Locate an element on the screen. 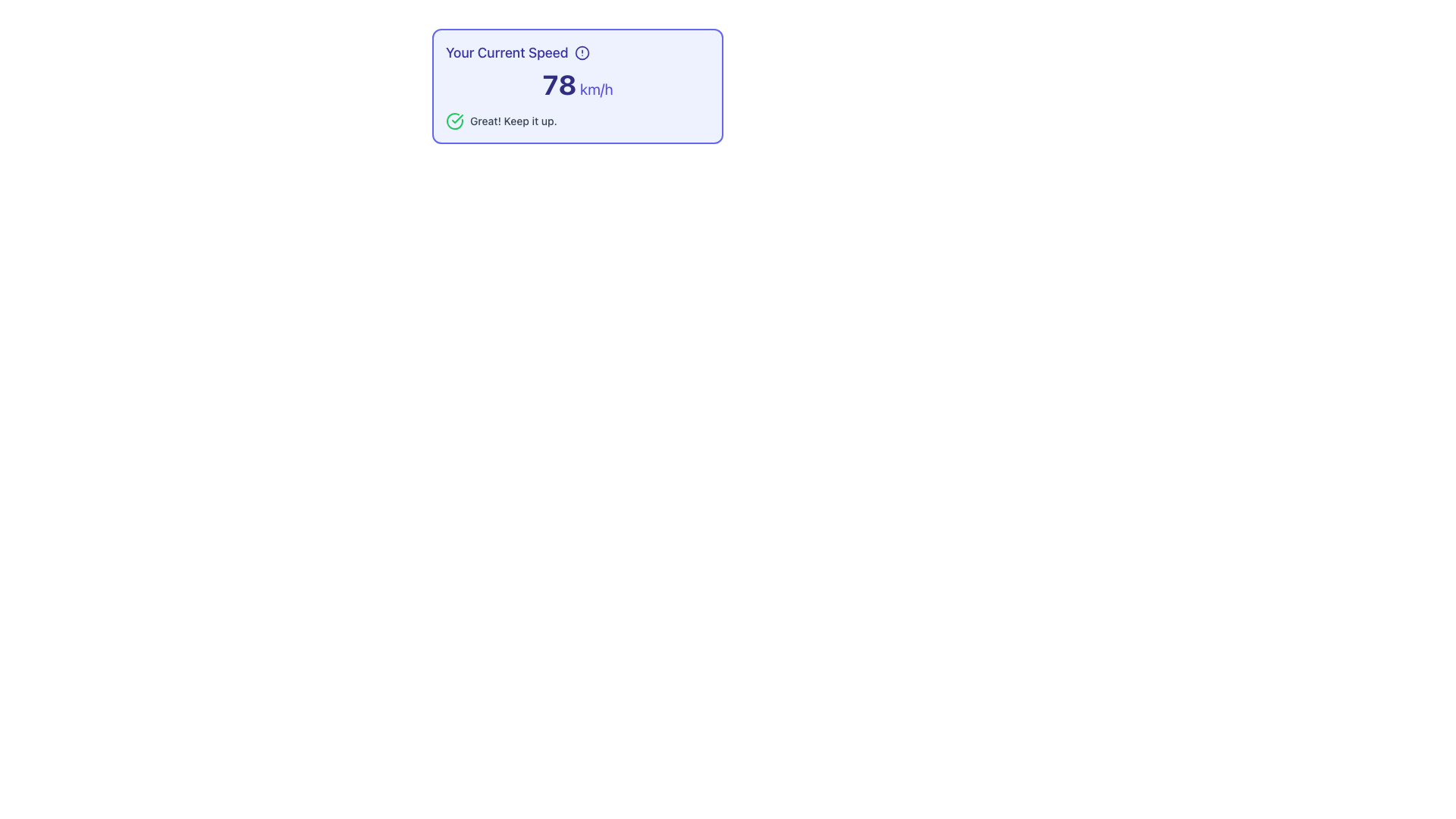 The image size is (1456, 819). the static text label displaying 'km/h' which is styled in bold indigo font and located next to the numeric value '78' in the speed display is located at coordinates (594, 89).